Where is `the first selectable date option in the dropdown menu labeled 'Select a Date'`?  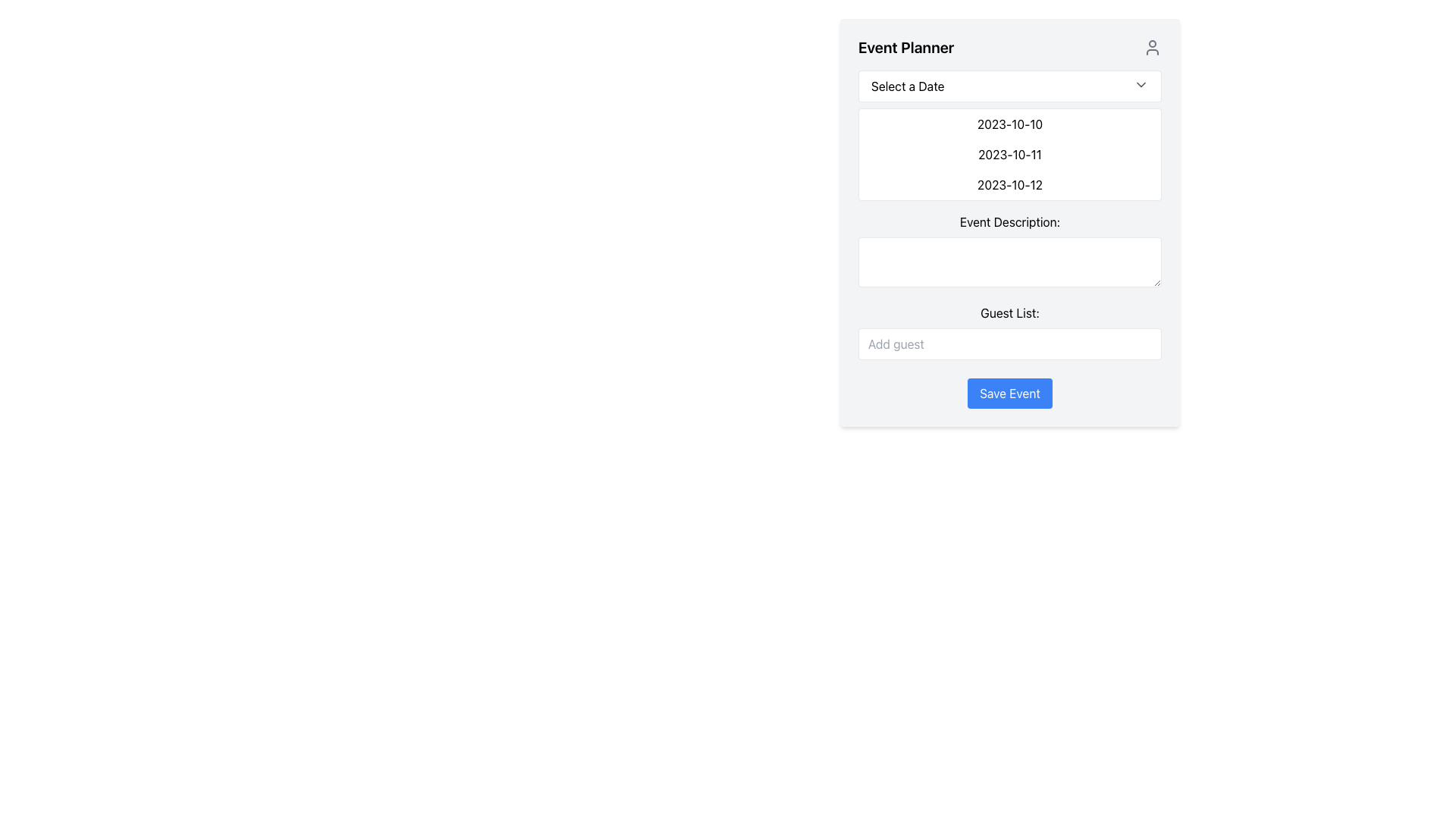 the first selectable date option in the dropdown menu labeled 'Select a Date' is located at coordinates (1009, 124).